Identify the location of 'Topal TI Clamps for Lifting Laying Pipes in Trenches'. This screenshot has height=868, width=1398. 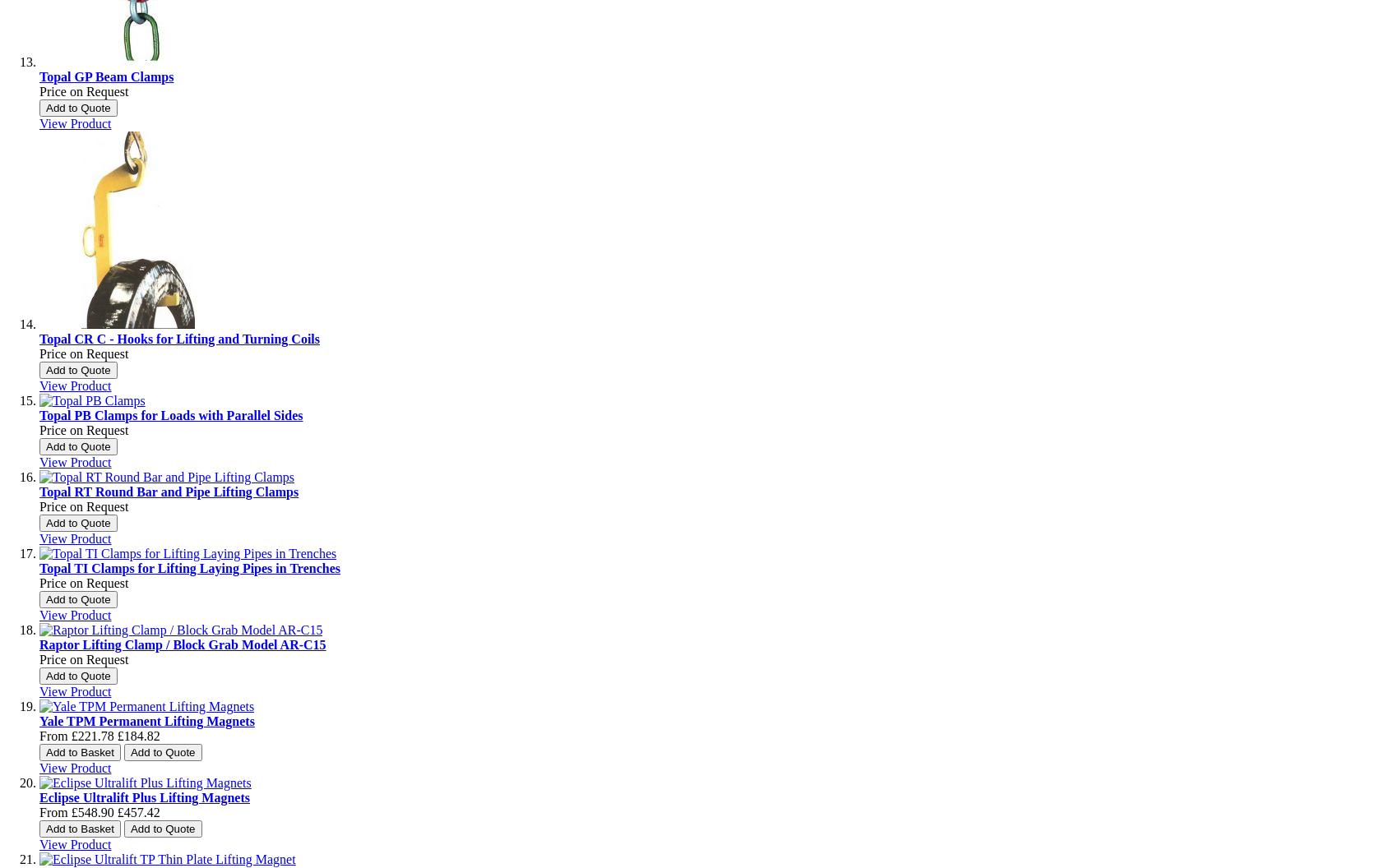
(39, 568).